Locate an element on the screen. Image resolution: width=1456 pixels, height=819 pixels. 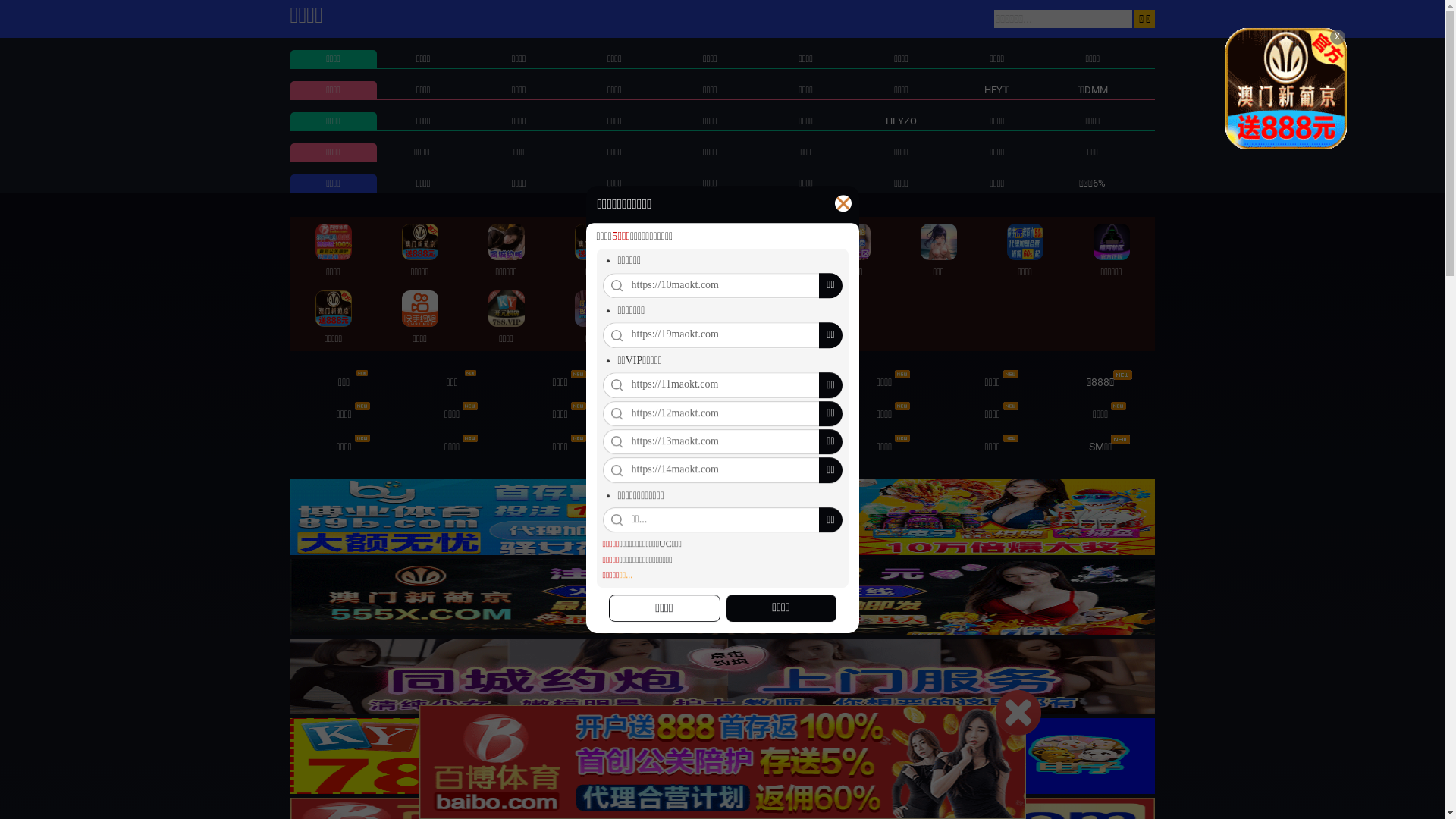
'HEYZO' is located at coordinates (901, 120).